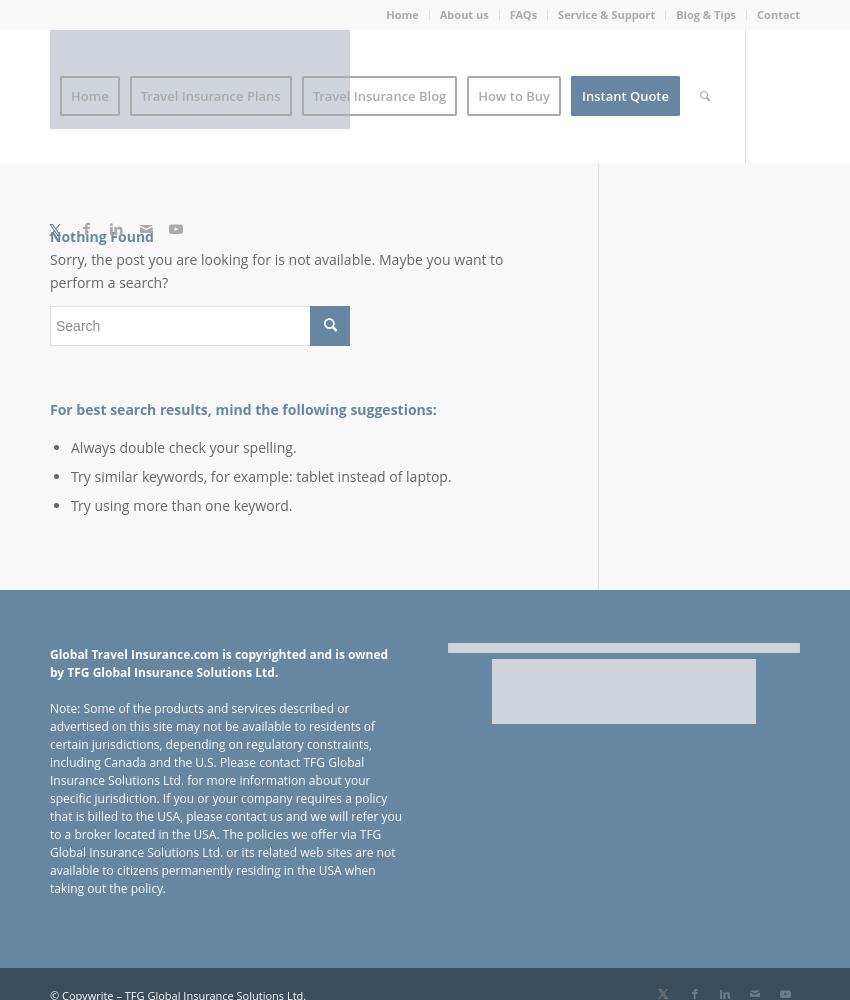 The image size is (850, 1000). I want to click on 'Always double check your spelling.', so click(182, 445).